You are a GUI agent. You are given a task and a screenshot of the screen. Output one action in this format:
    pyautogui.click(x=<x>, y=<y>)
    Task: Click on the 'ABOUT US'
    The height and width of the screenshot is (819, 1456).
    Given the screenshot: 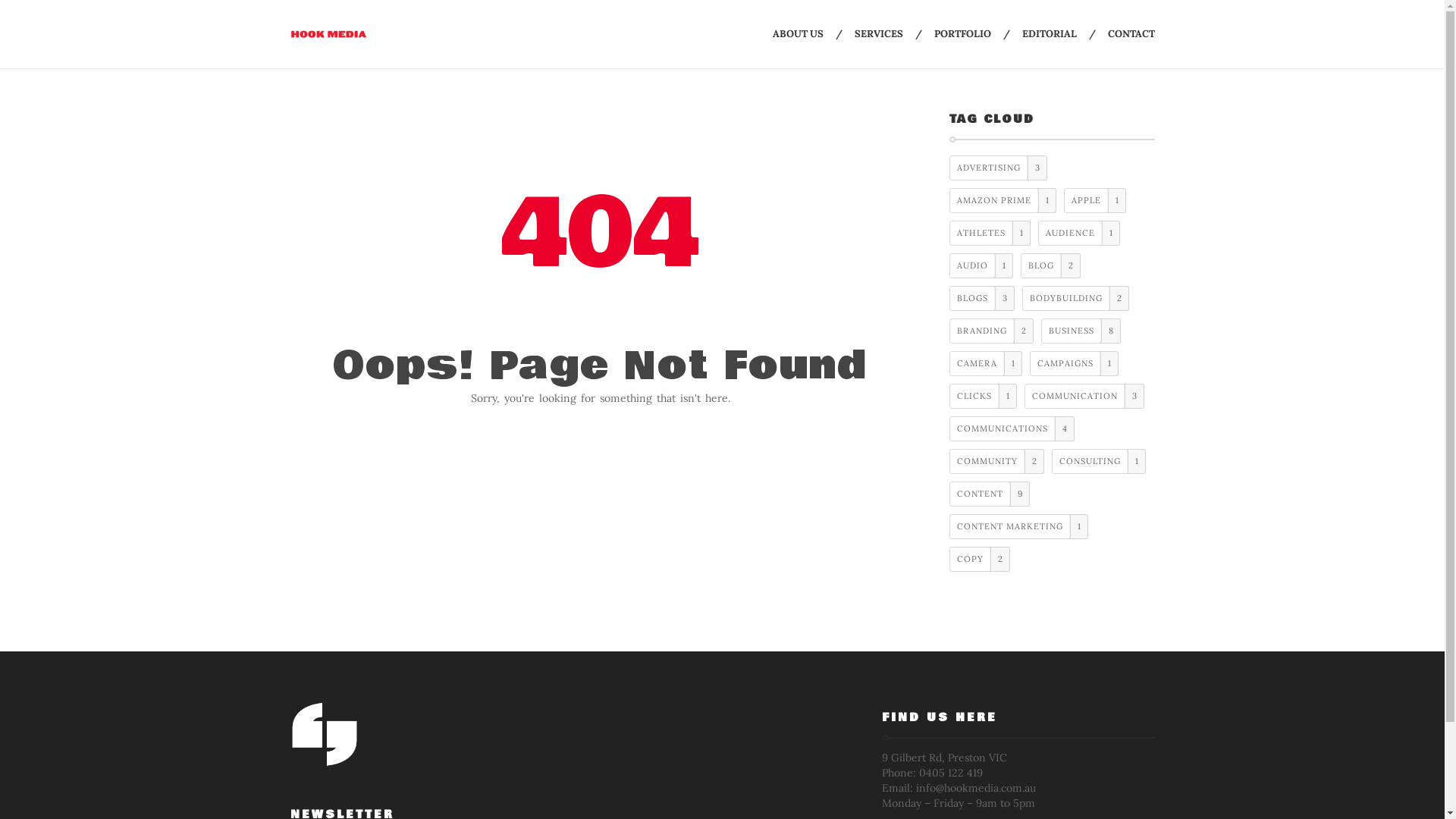 What is the action you would take?
    pyautogui.click(x=771, y=34)
    